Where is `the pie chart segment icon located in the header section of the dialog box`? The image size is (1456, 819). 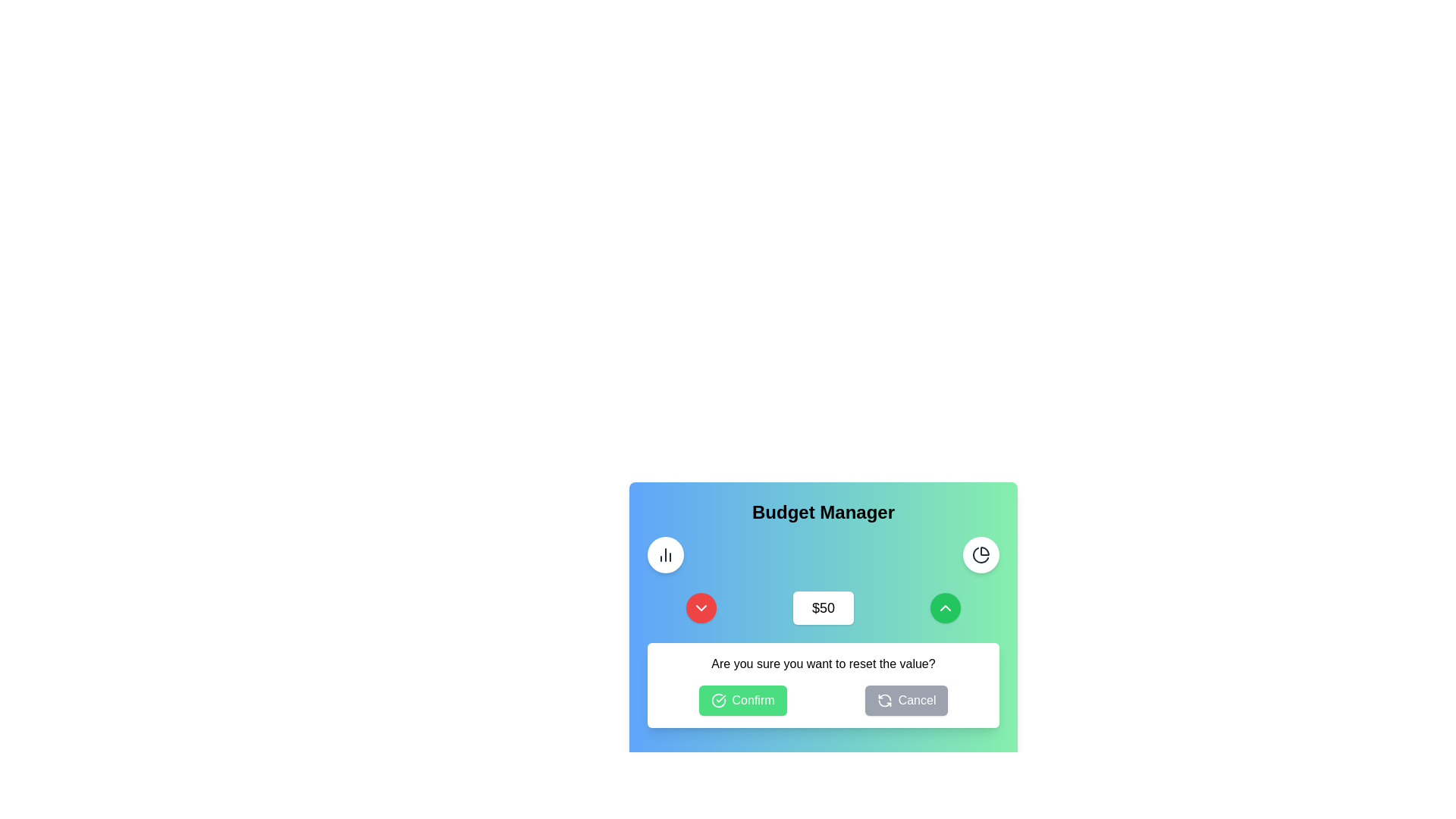
the pie chart segment icon located in the header section of the dialog box is located at coordinates (981, 555).